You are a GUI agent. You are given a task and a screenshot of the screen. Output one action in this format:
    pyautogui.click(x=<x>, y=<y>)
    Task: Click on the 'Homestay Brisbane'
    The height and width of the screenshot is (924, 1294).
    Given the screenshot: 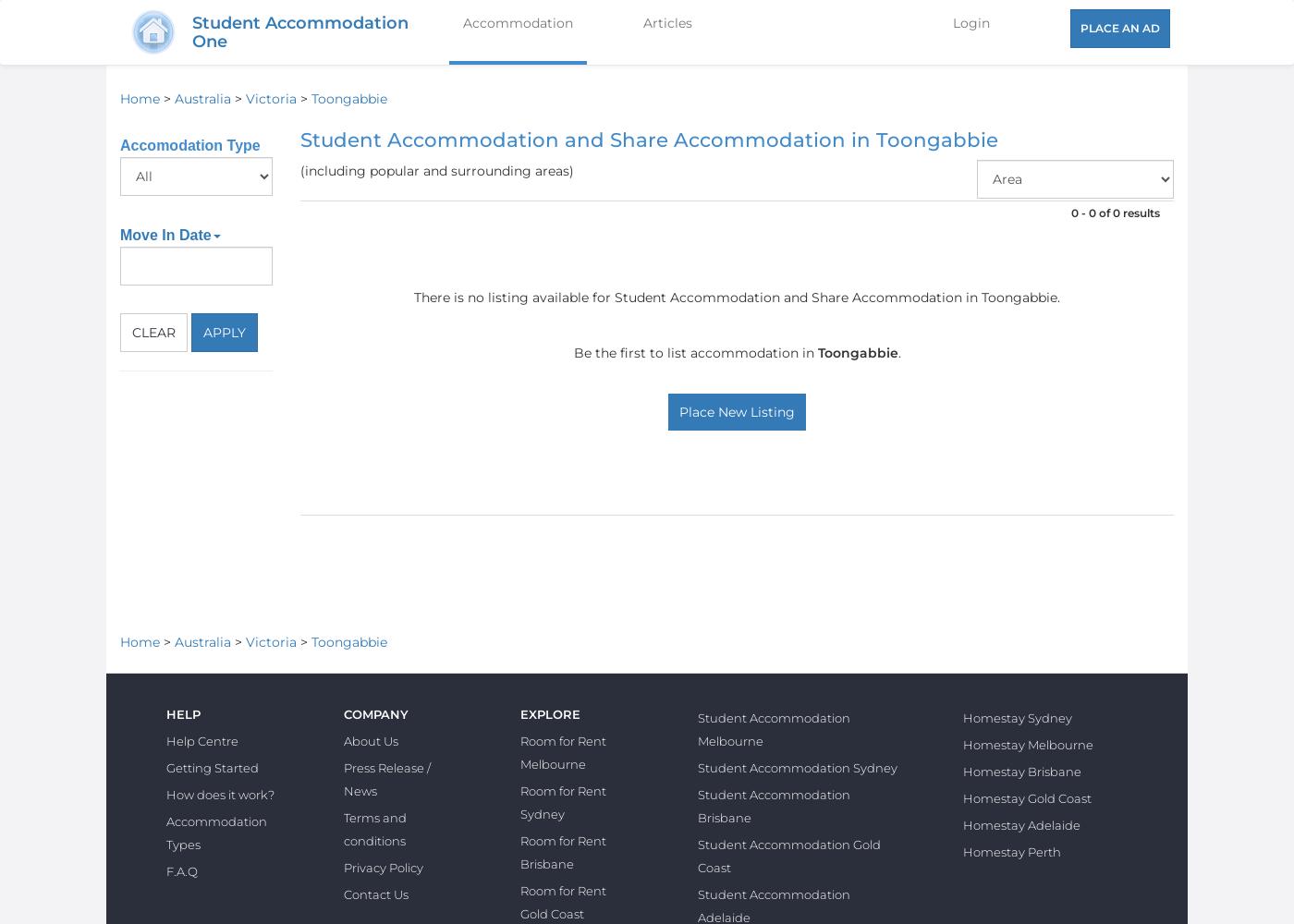 What is the action you would take?
    pyautogui.click(x=1022, y=771)
    